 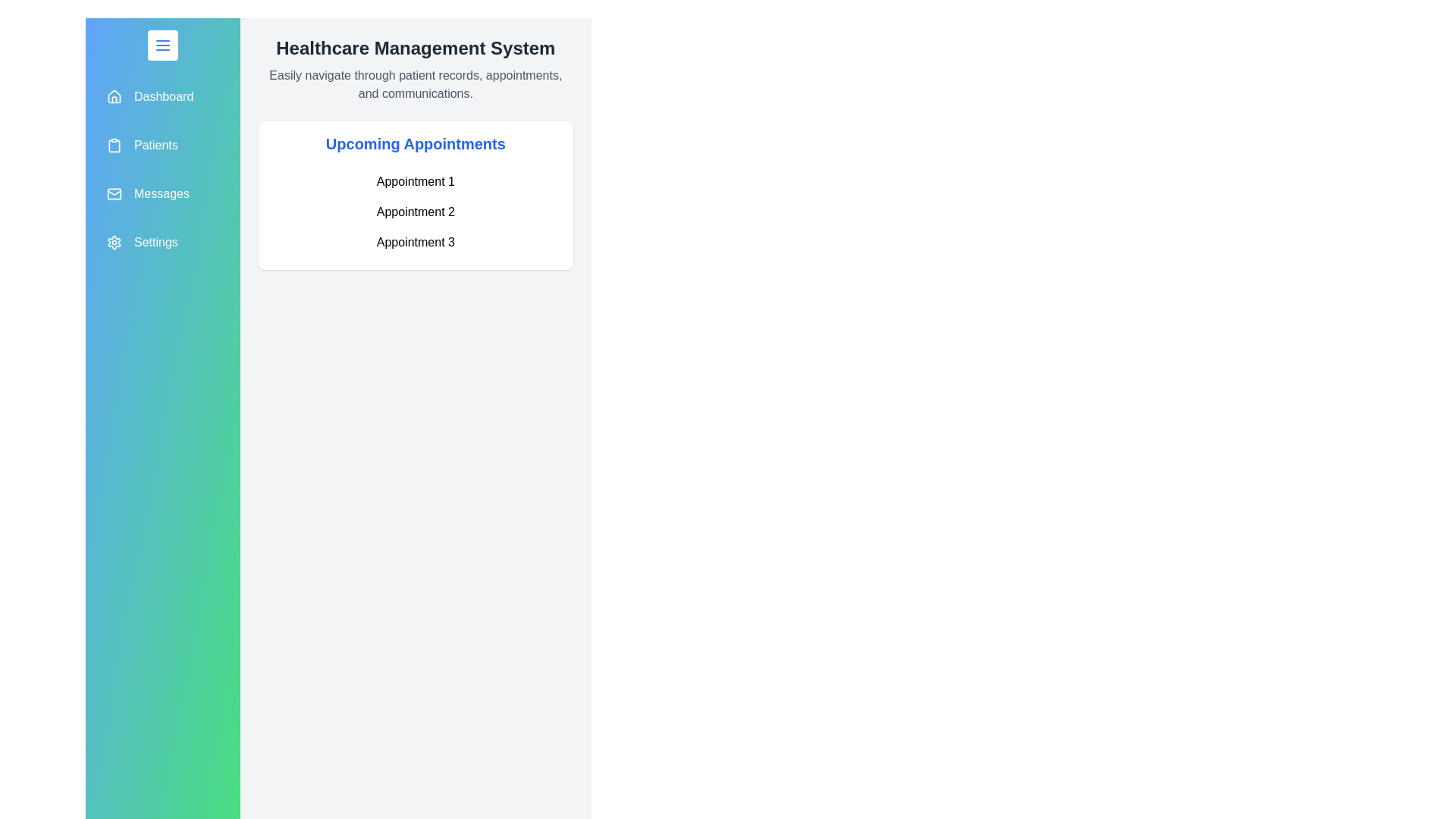 I want to click on the navigation item Patients, so click(x=162, y=146).